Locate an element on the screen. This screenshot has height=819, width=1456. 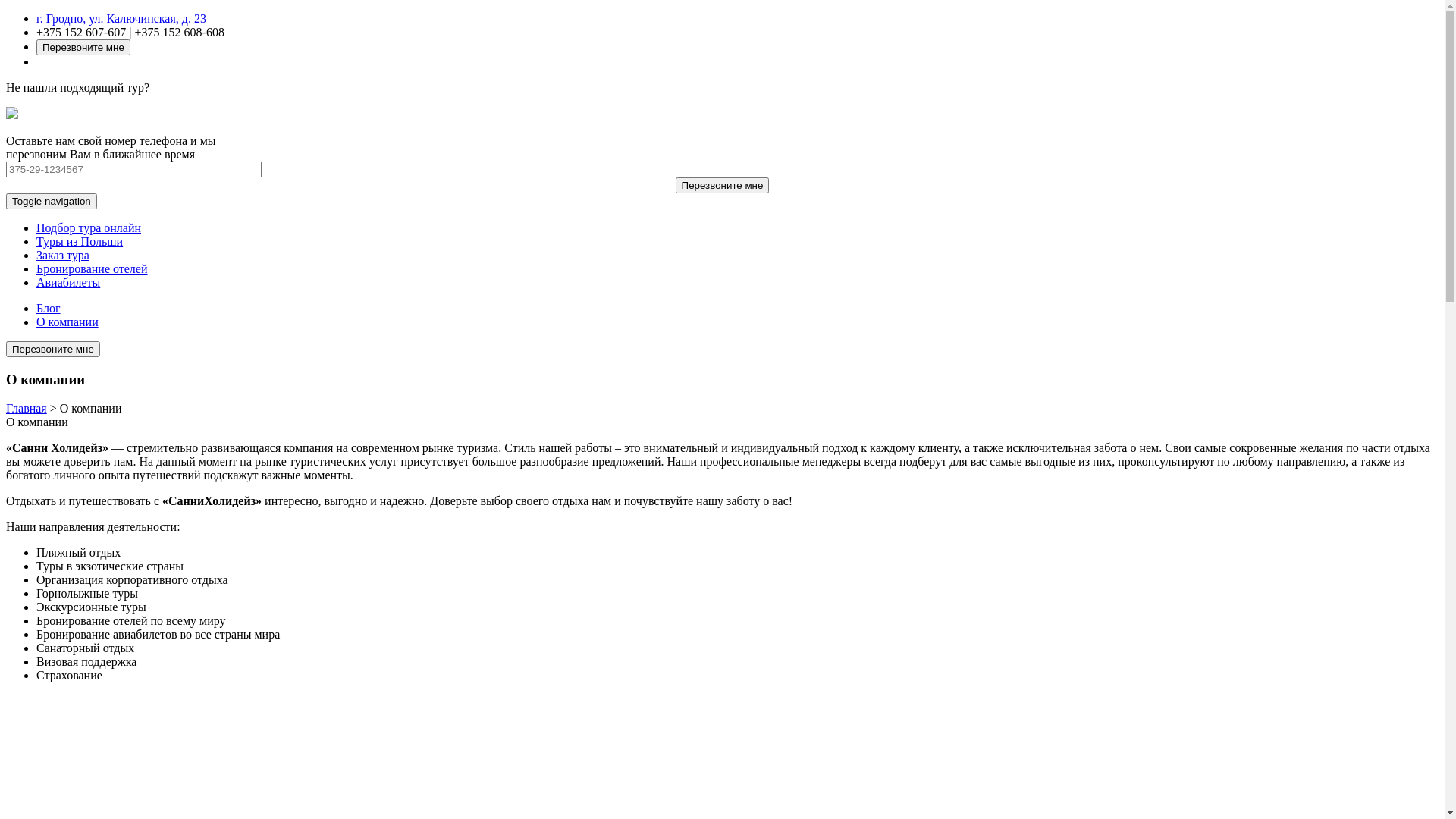
'Toggle navigation' is located at coordinates (51, 200).